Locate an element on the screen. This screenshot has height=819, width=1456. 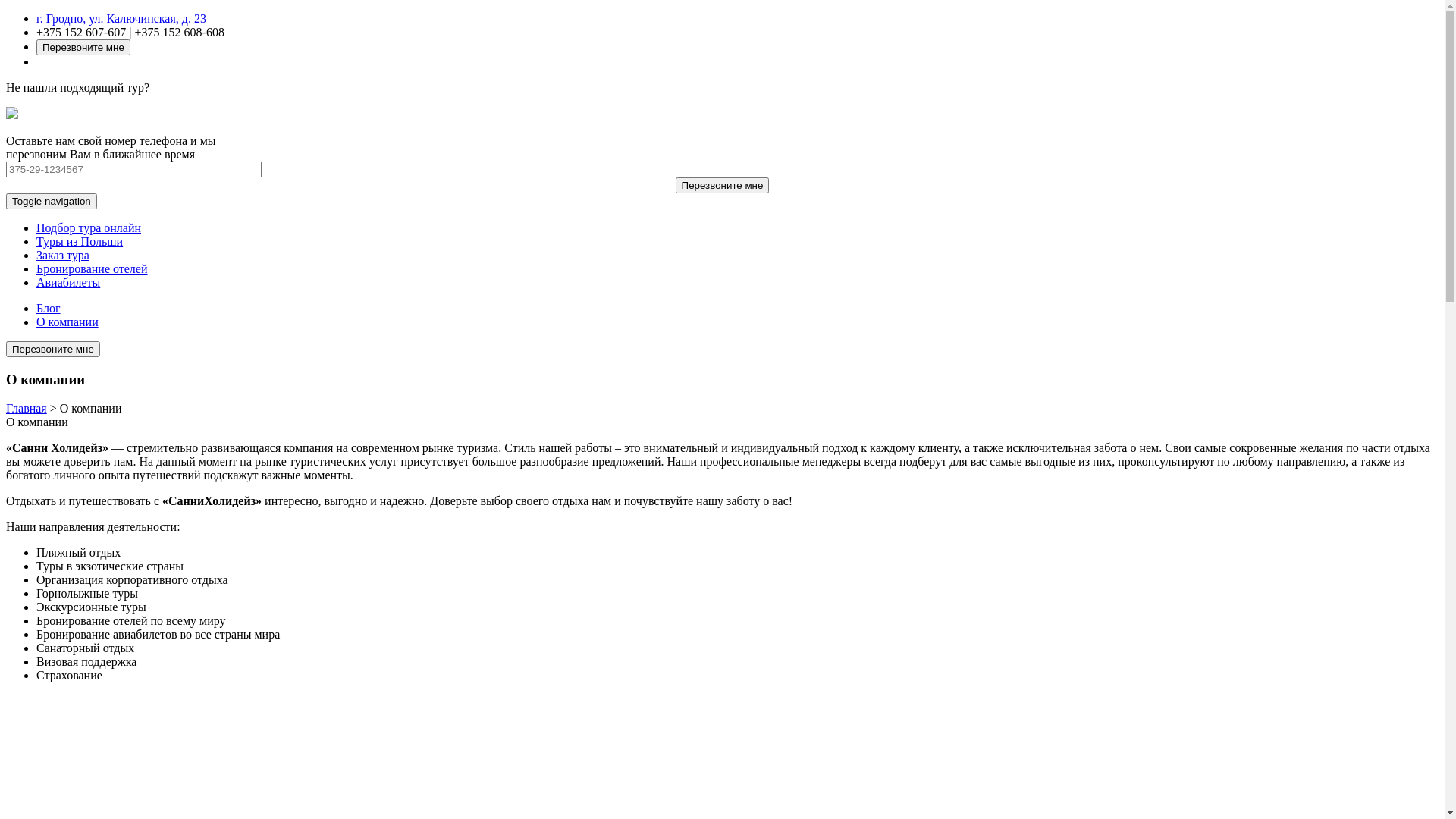
'Toggle navigation' is located at coordinates (51, 200).